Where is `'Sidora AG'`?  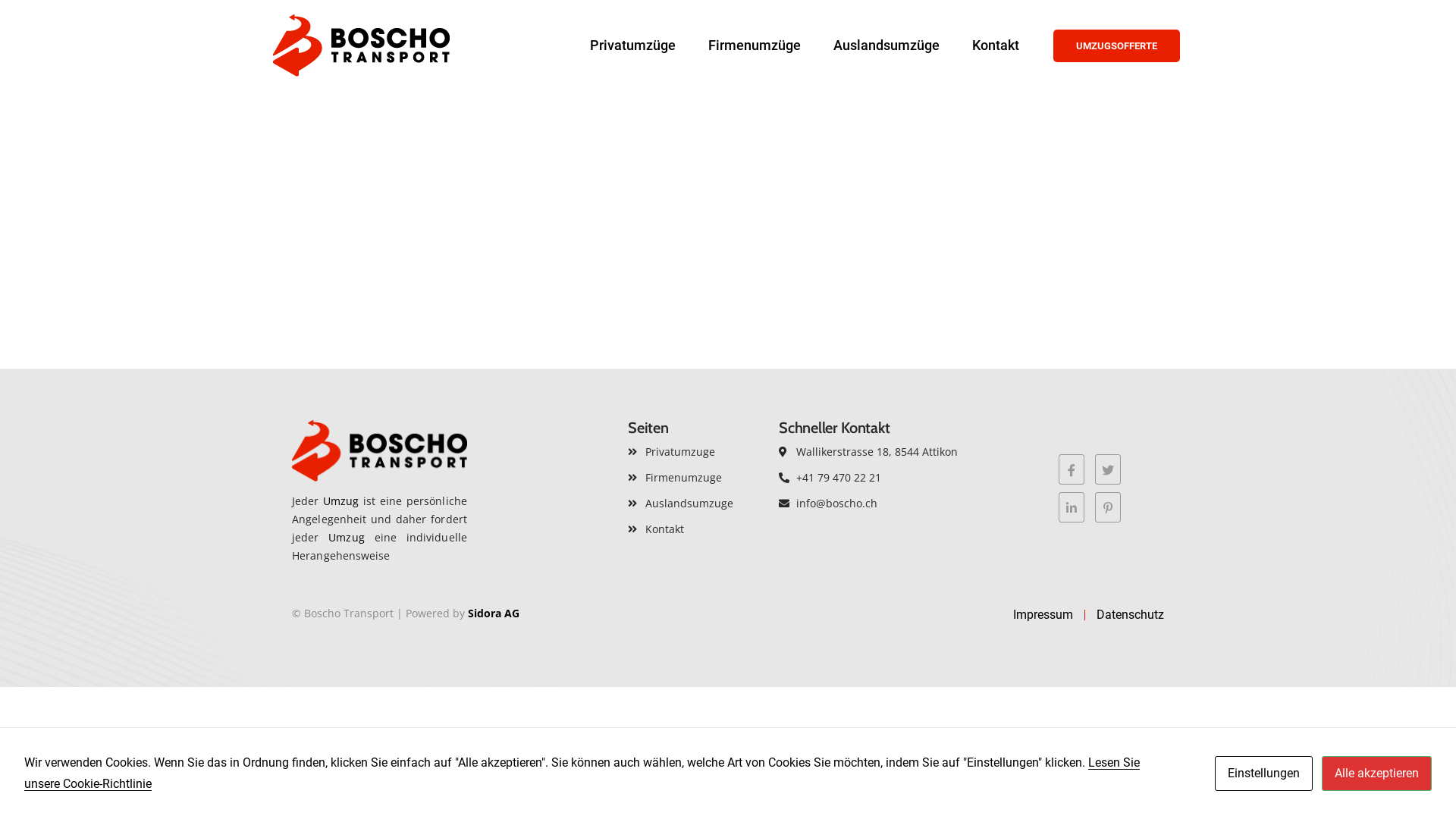 'Sidora AG' is located at coordinates (494, 612).